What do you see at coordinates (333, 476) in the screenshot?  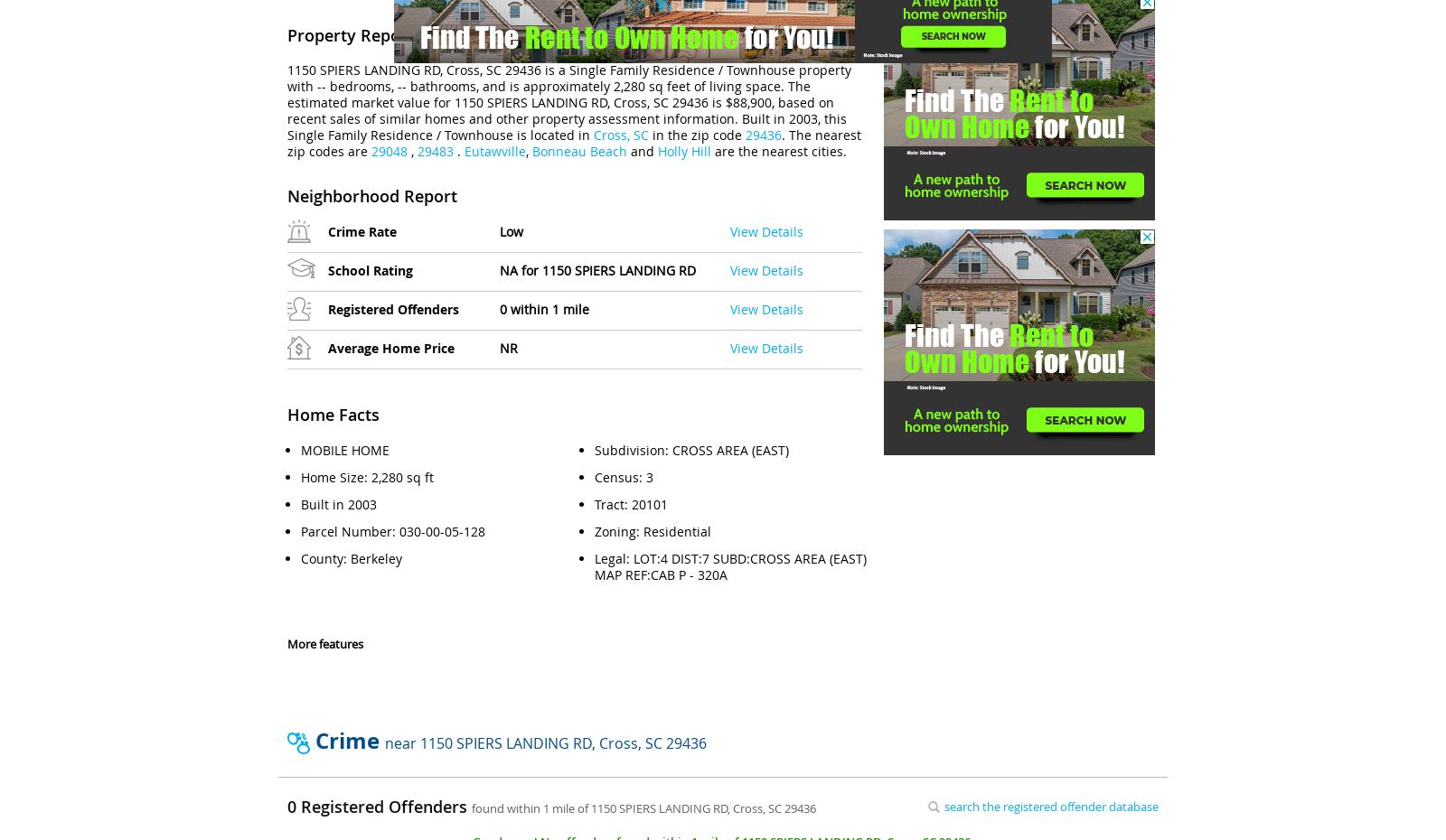 I see `'Home Size'` at bounding box center [333, 476].